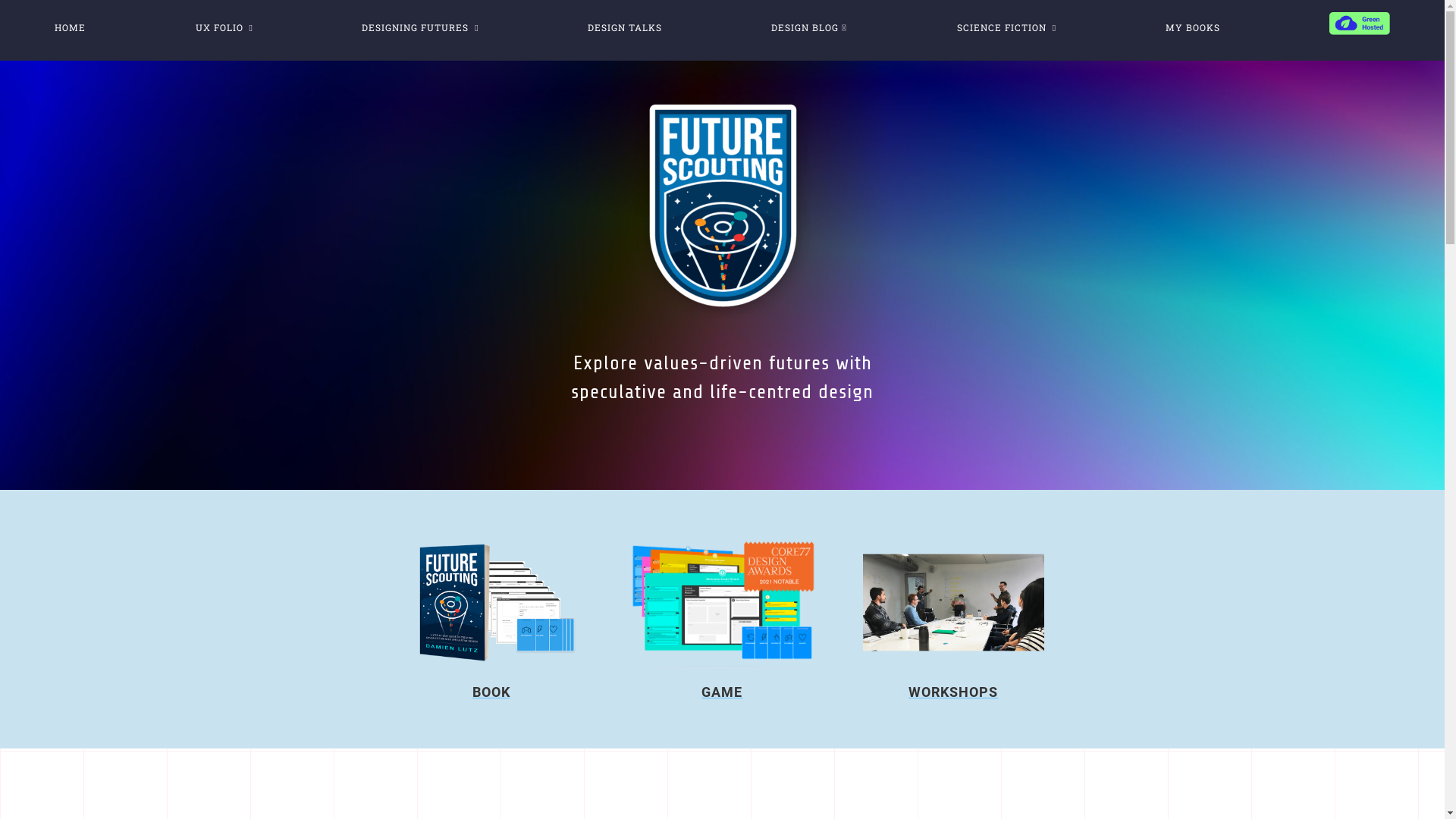 This screenshot has height=819, width=1456. I want to click on 'tile-fs-book-resources-jul21-3 (2)', so click(491, 601).